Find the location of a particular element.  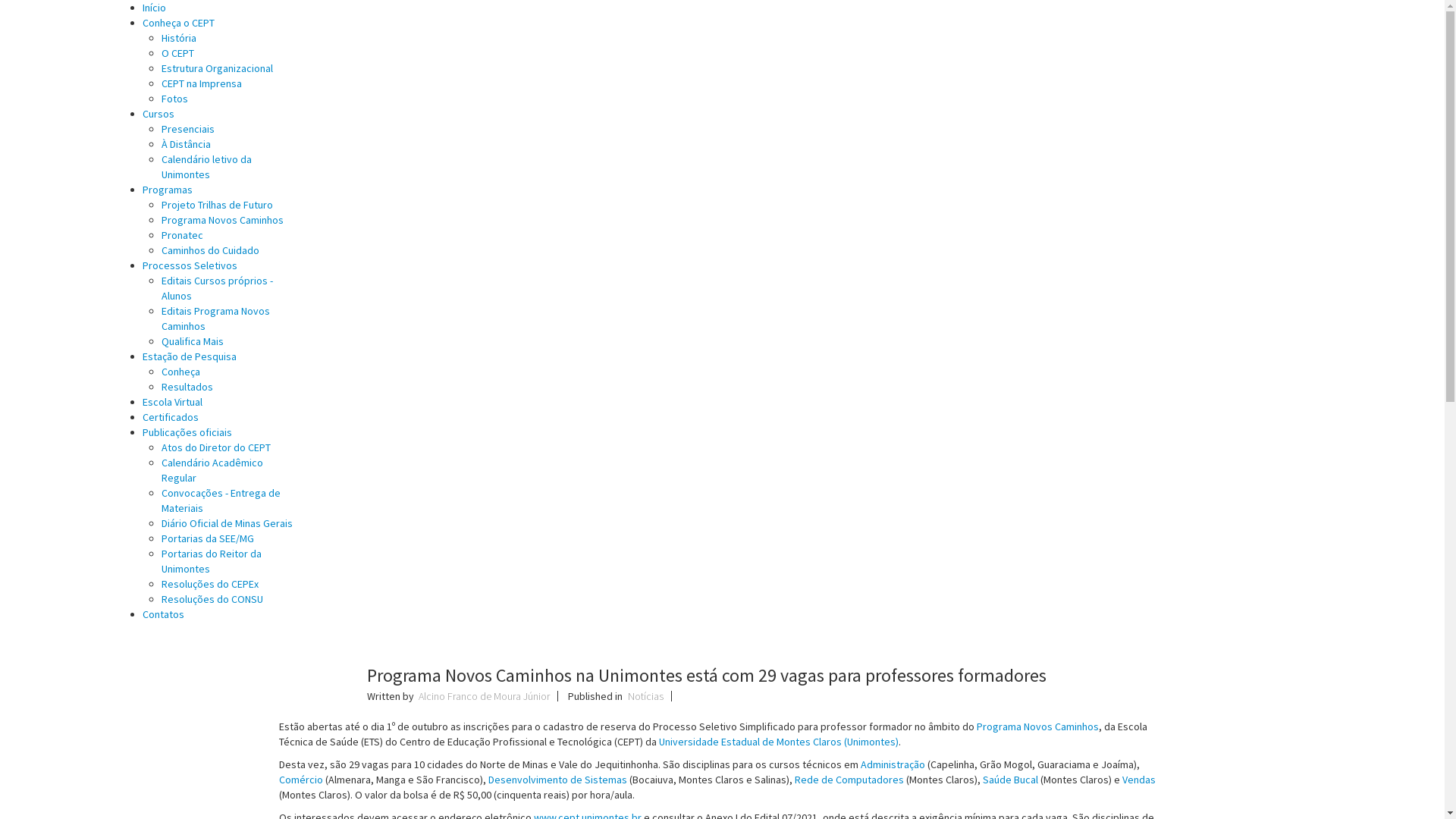

'Caminhos do Cuidado' is located at coordinates (161, 249).